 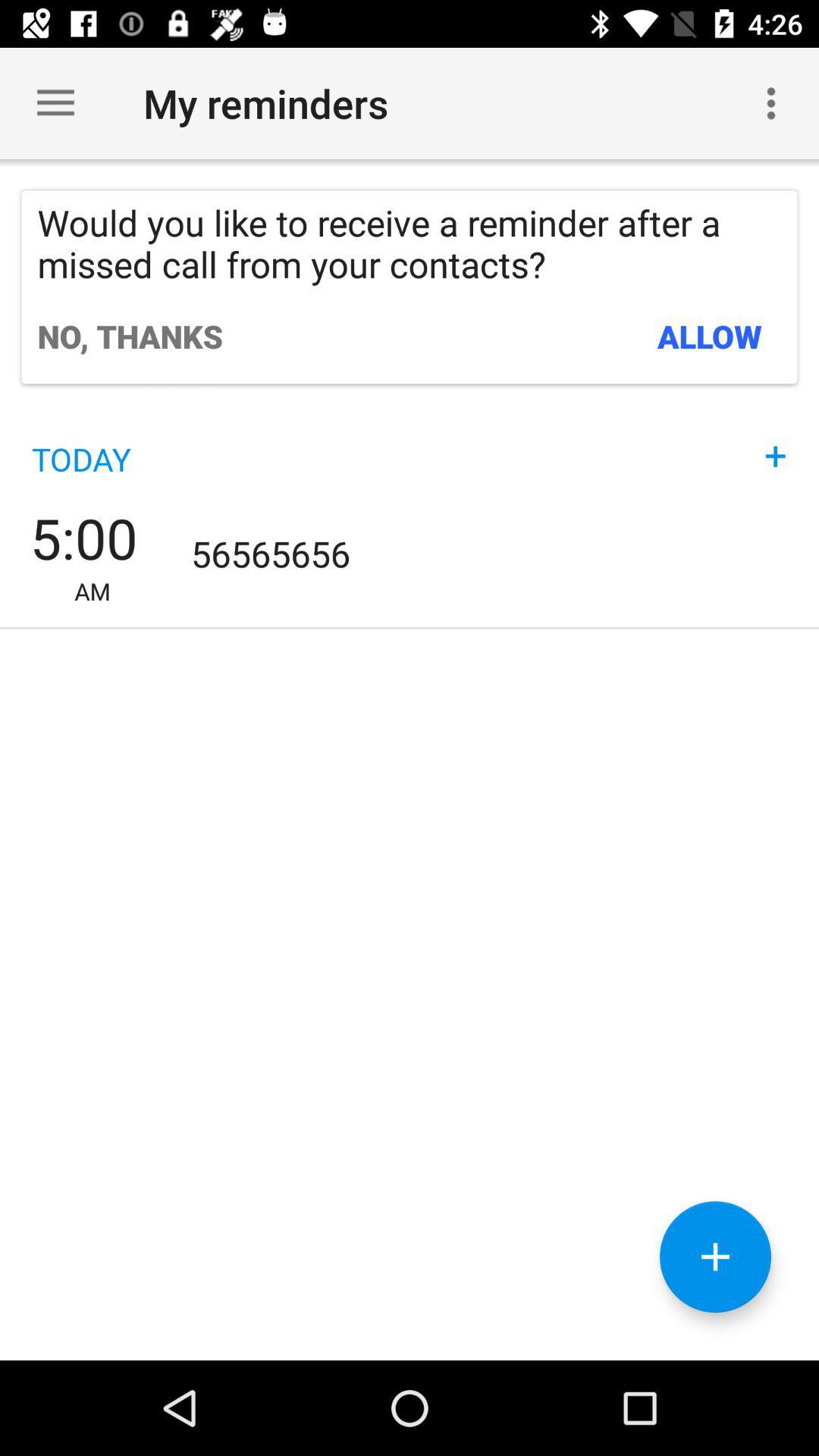 What do you see at coordinates (710, 335) in the screenshot?
I see `item above the + item` at bounding box center [710, 335].